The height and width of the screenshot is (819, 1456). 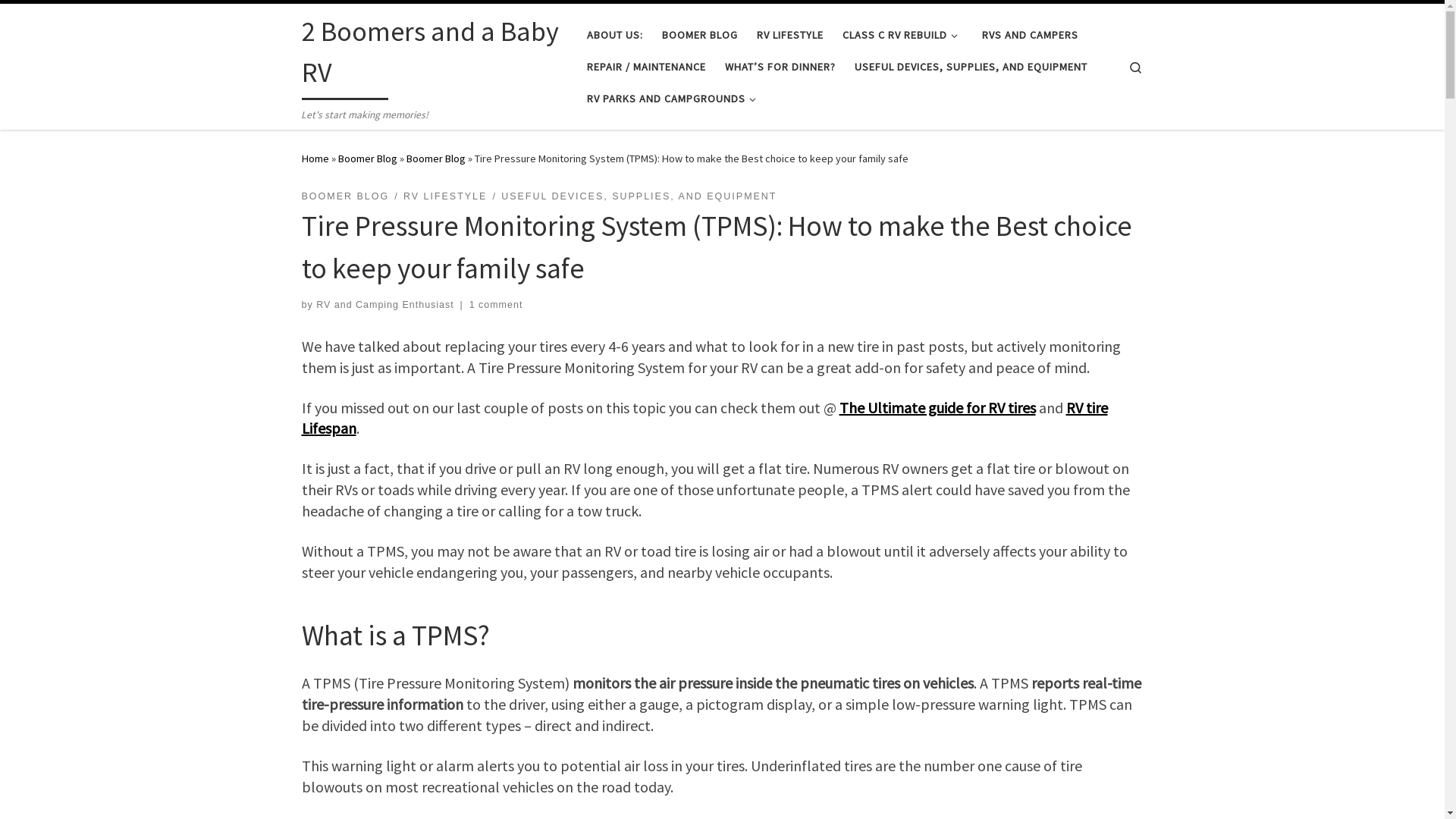 What do you see at coordinates (836, 34) in the screenshot?
I see `'CLASS C RV REBUILD'` at bounding box center [836, 34].